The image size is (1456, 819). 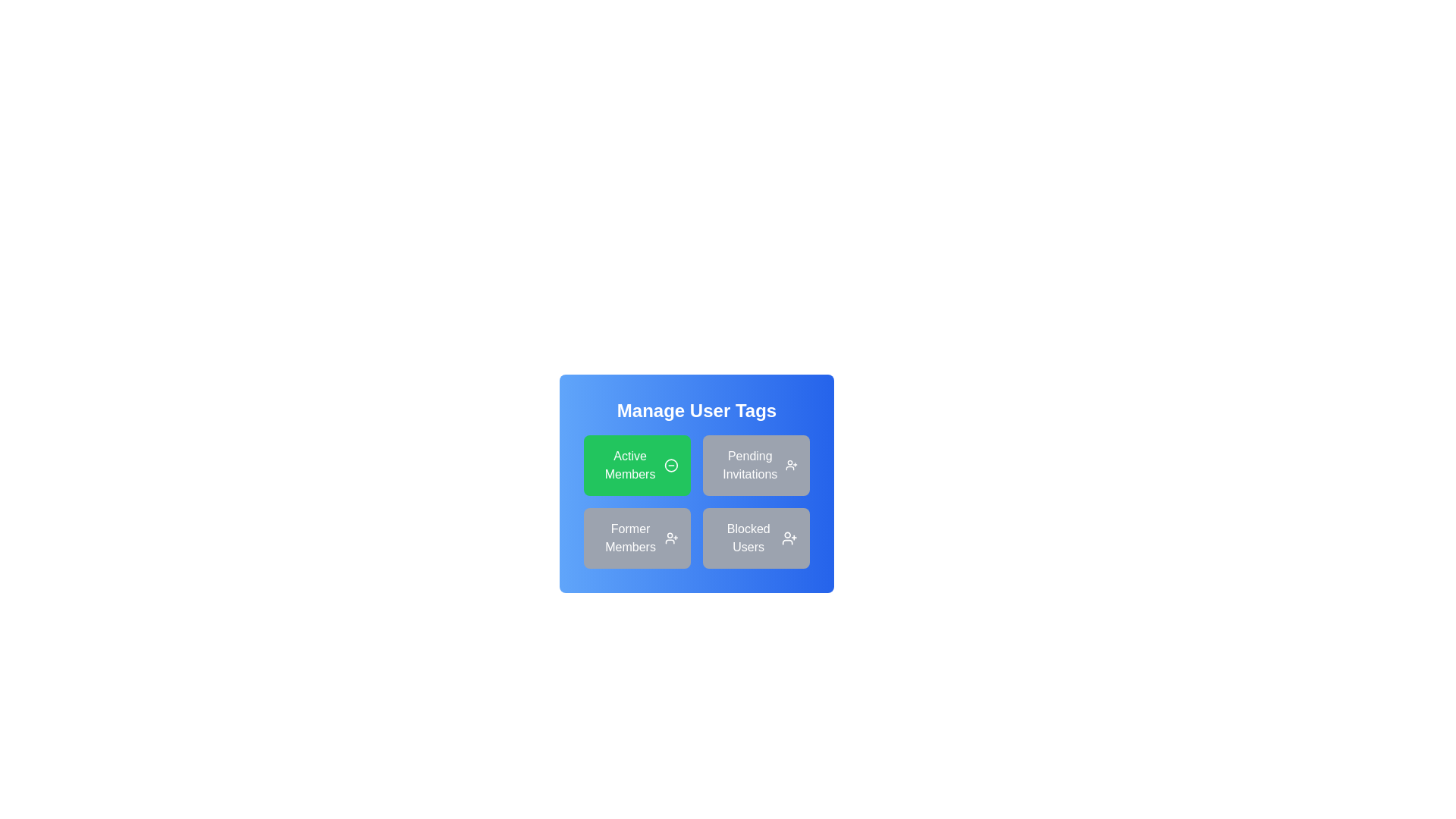 What do you see at coordinates (750, 464) in the screenshot?
I see `the 'Pending Invitations' label/button located in the top-right quadrant of the grid layout, adjacent to 'Active Members' and above 'Blocked Users'` at bounding box center [750, 464].